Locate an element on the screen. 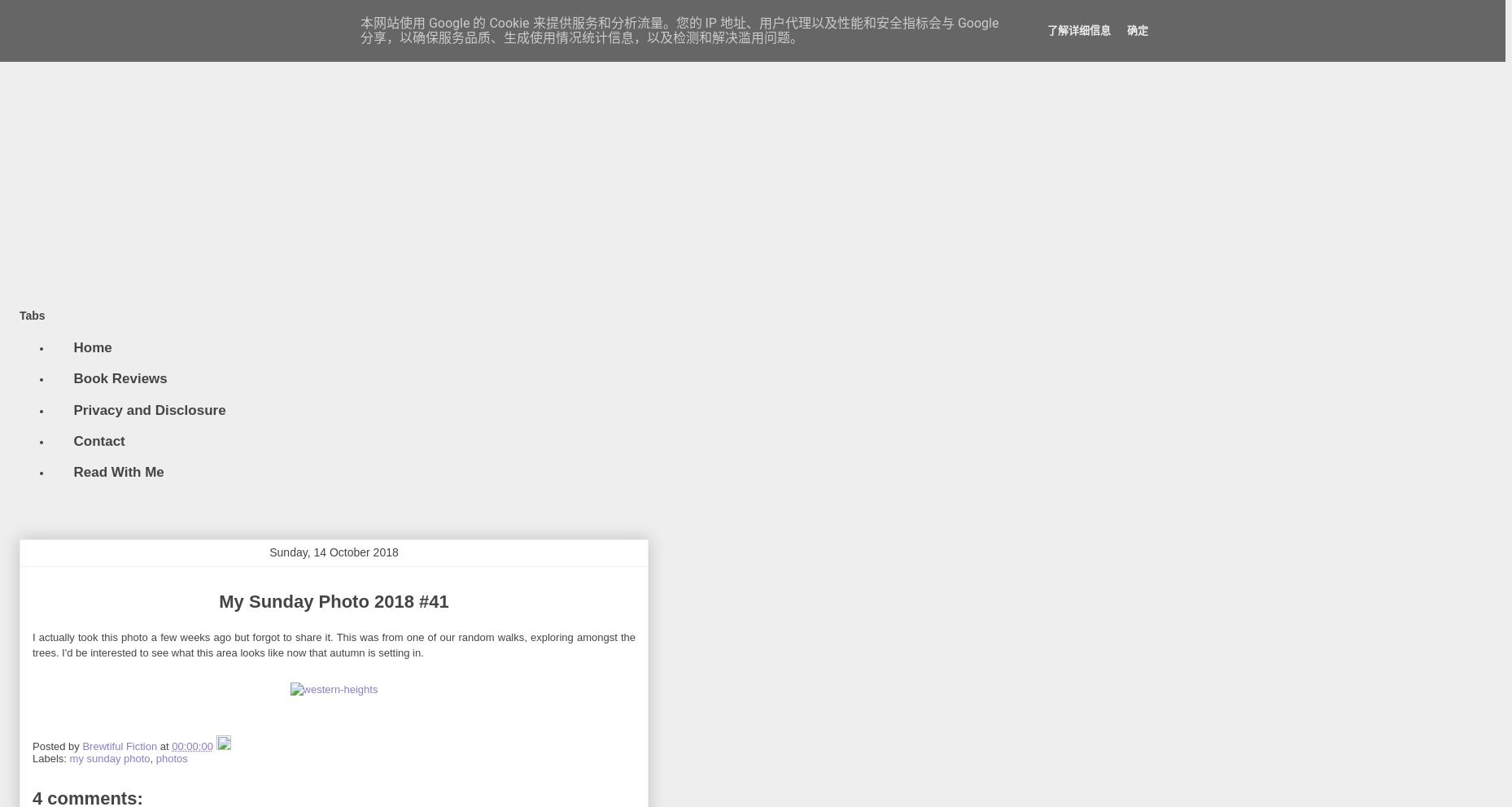  'at' is located at coordinates (164, 744).